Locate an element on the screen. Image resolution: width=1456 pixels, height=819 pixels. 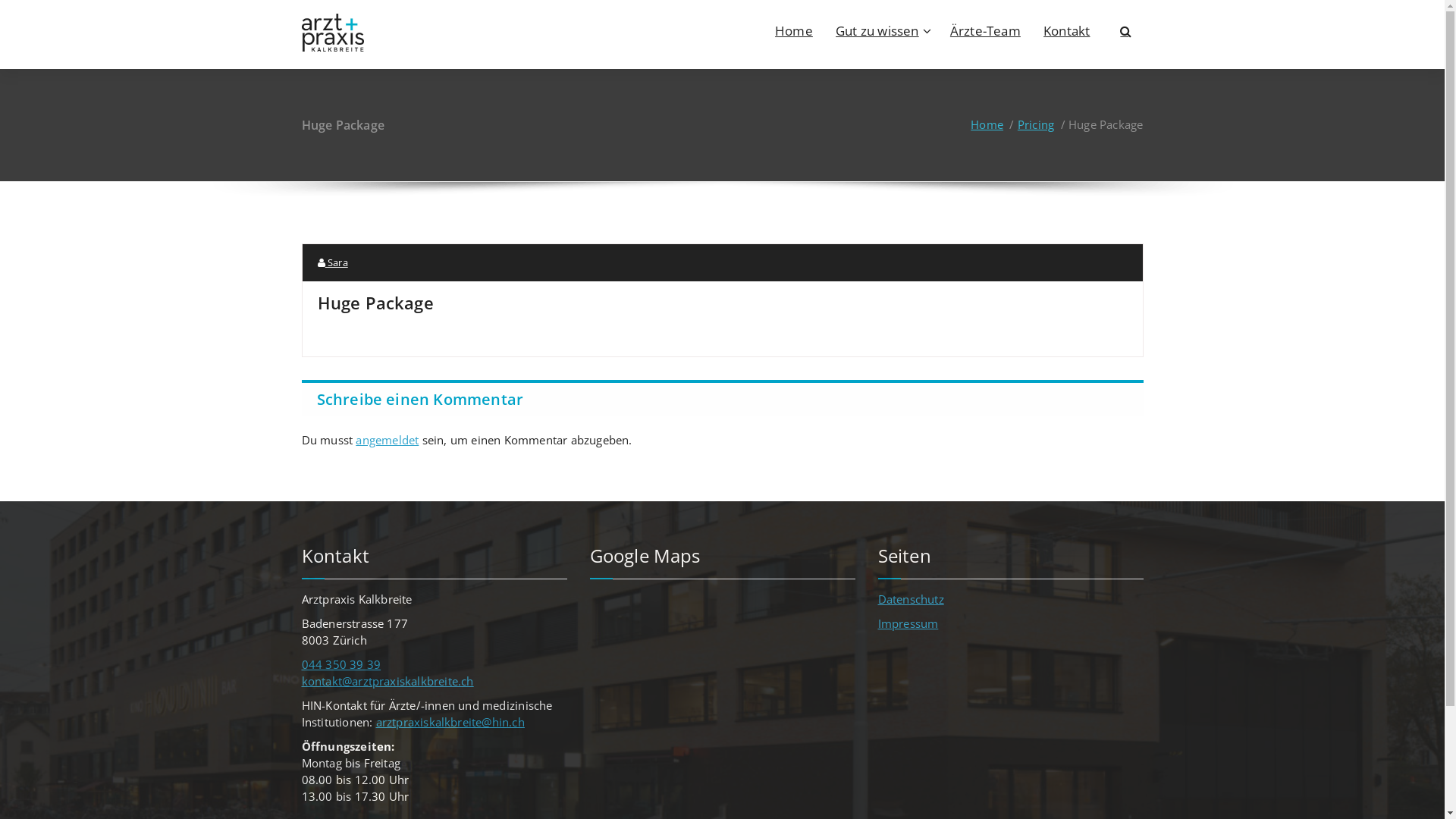
'Home' is located at coordinates (971, 124).